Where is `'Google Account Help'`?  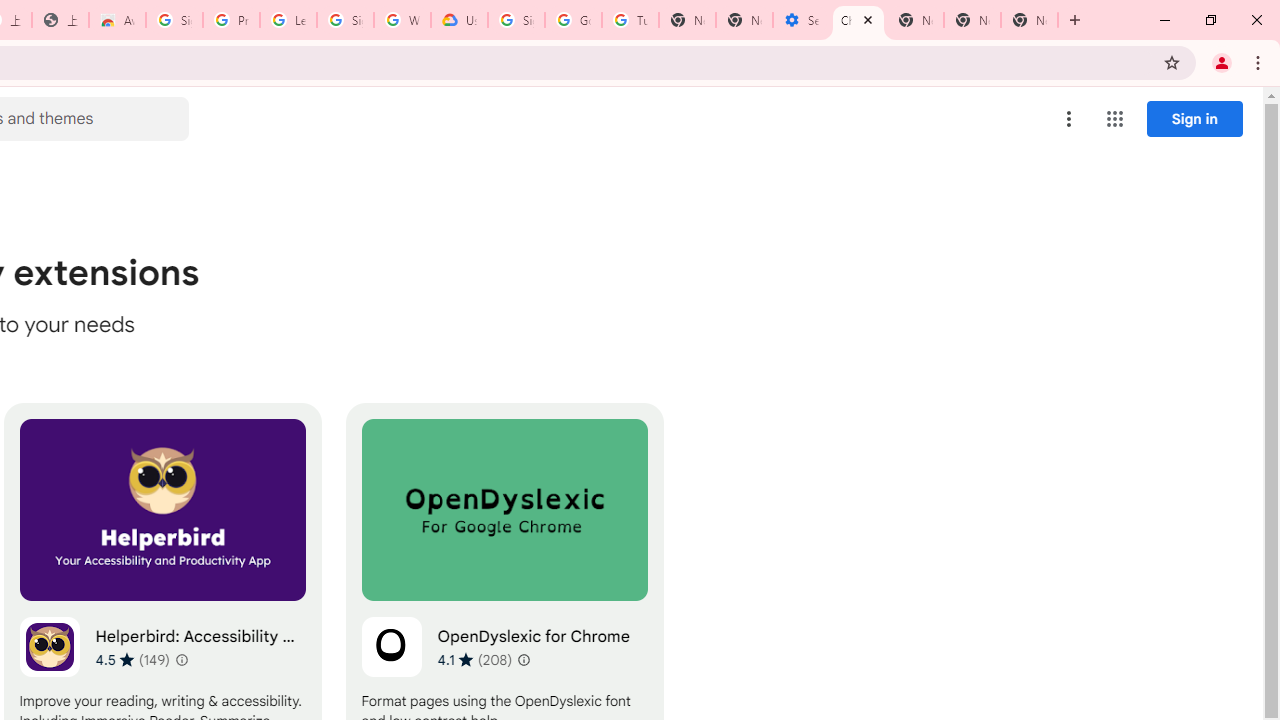 'Google Account Help' is located at coordinates (572, 20).